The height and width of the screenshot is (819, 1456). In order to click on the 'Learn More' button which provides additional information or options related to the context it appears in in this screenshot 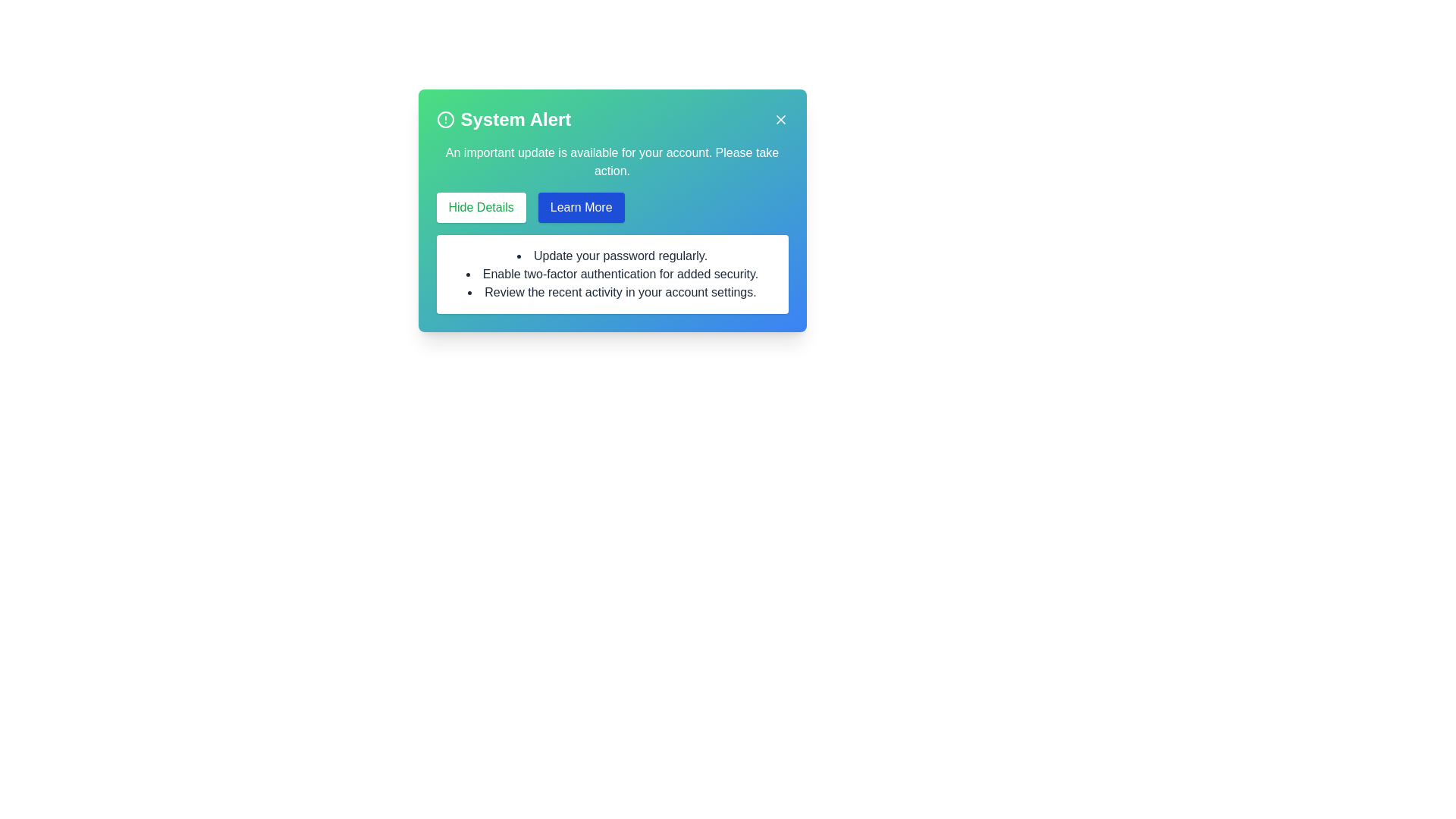, I will do `click(580, 207)`.